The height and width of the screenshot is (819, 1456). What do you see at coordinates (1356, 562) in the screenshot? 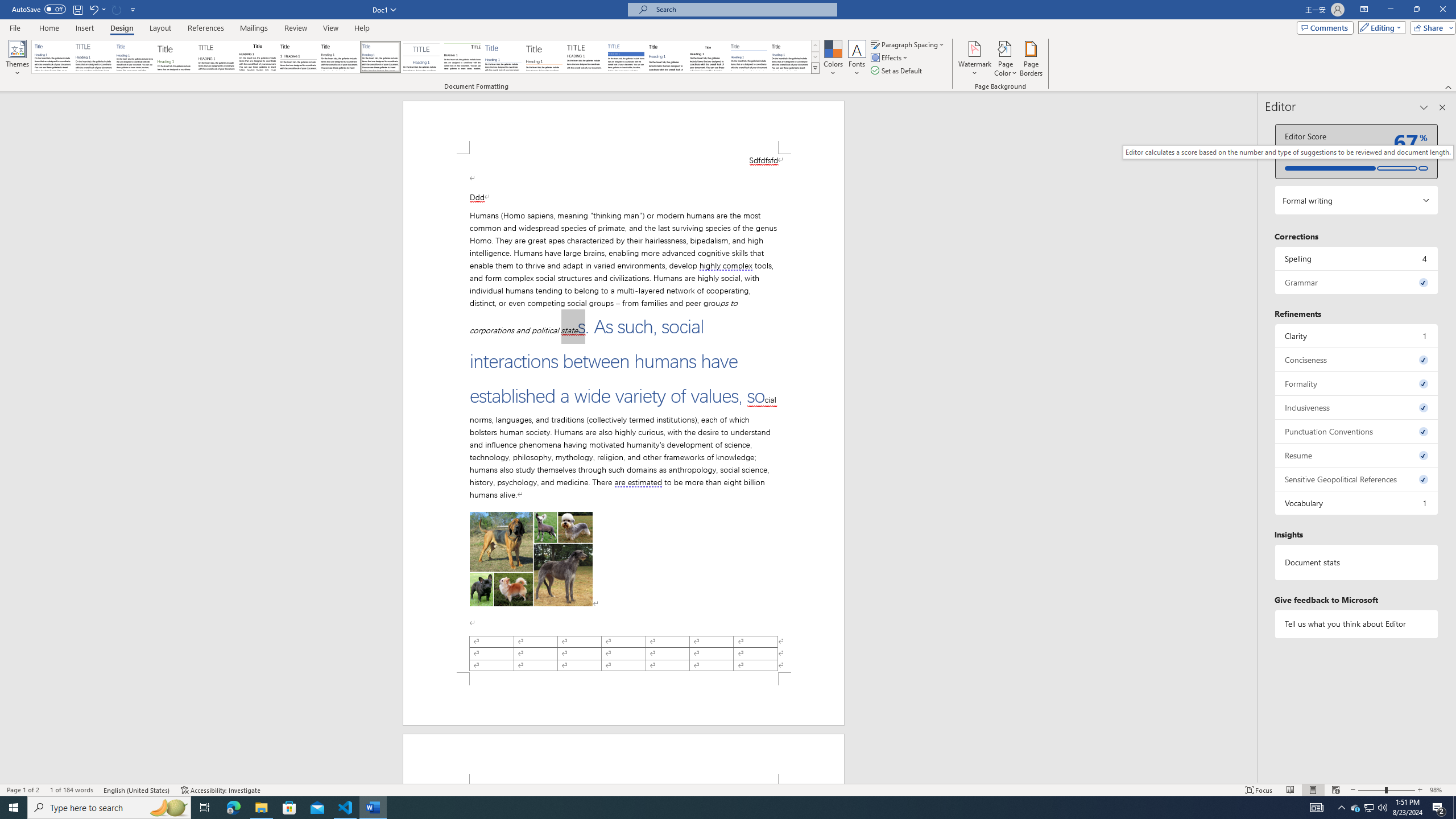
I see `'Document statistics'` at bounding box center [1356, 562].